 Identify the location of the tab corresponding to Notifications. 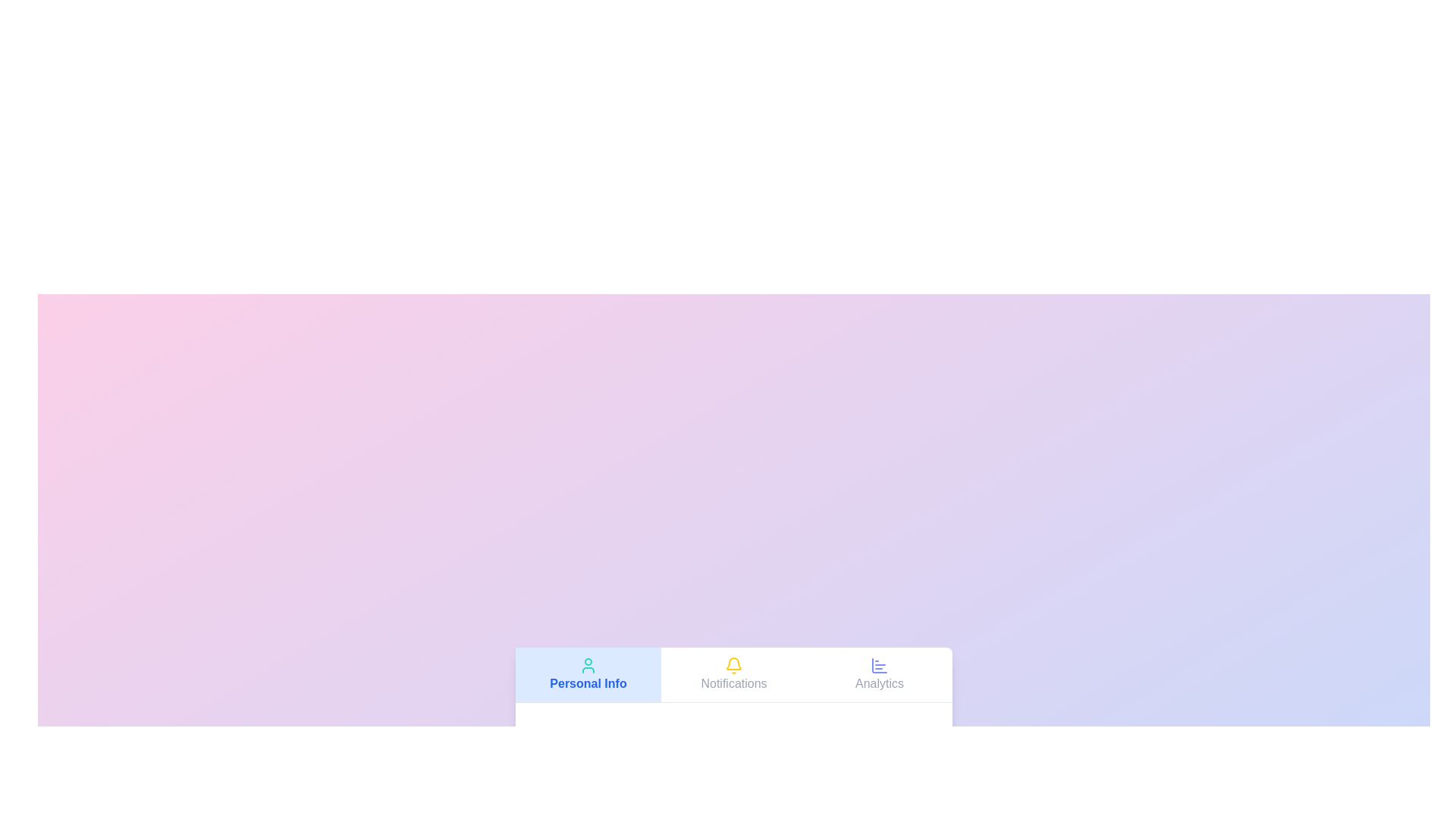
(734, 673).